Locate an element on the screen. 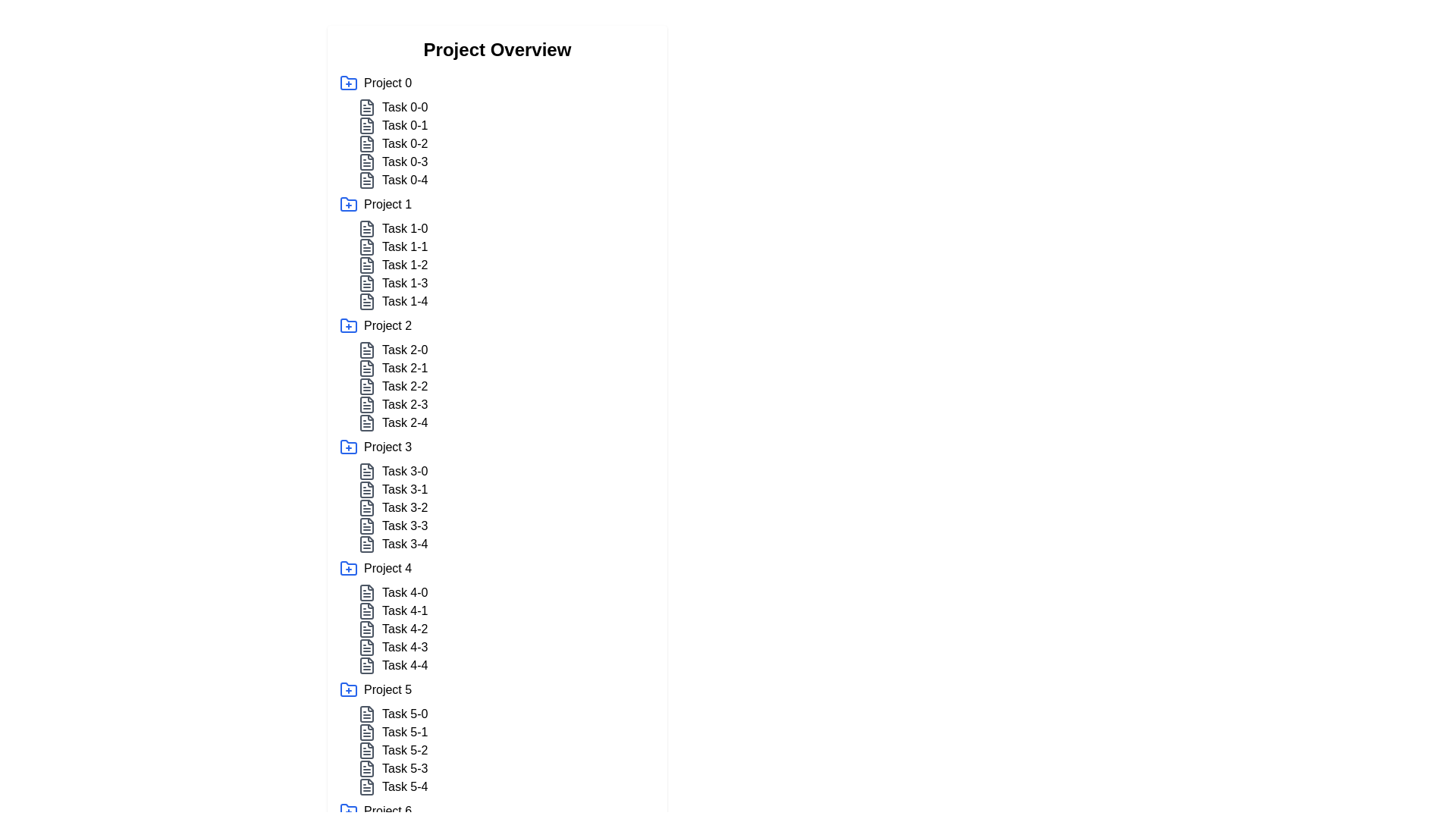  the icon representing 'Task 3-3' in the project overview interface, which is located under 'Project 3' and is the fourth task listed is located at coordinates (367, 526).